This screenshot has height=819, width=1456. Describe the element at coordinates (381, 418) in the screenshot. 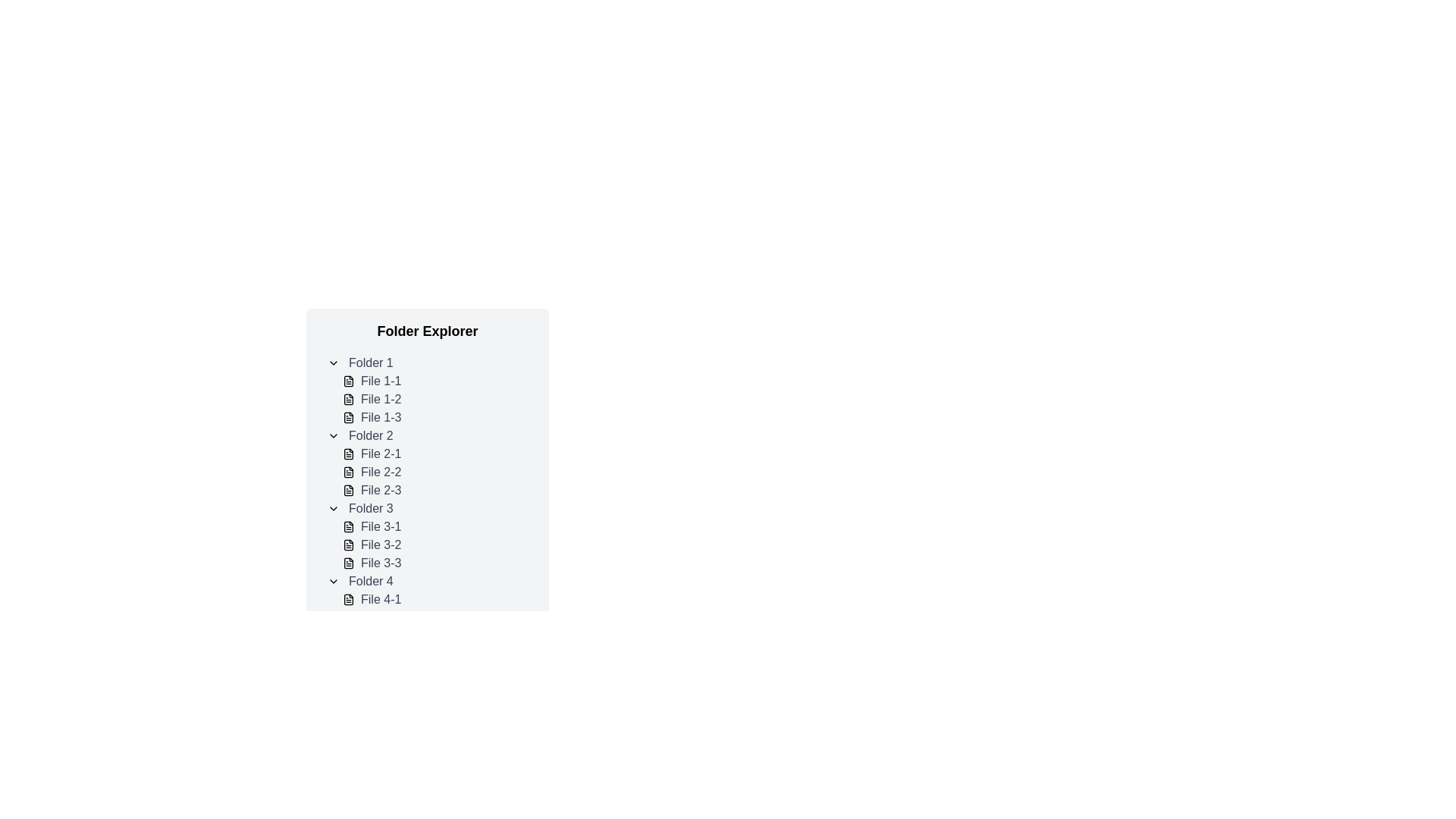

I see `the label representing the file named 'File 1-3' in the file explorer` at that location.